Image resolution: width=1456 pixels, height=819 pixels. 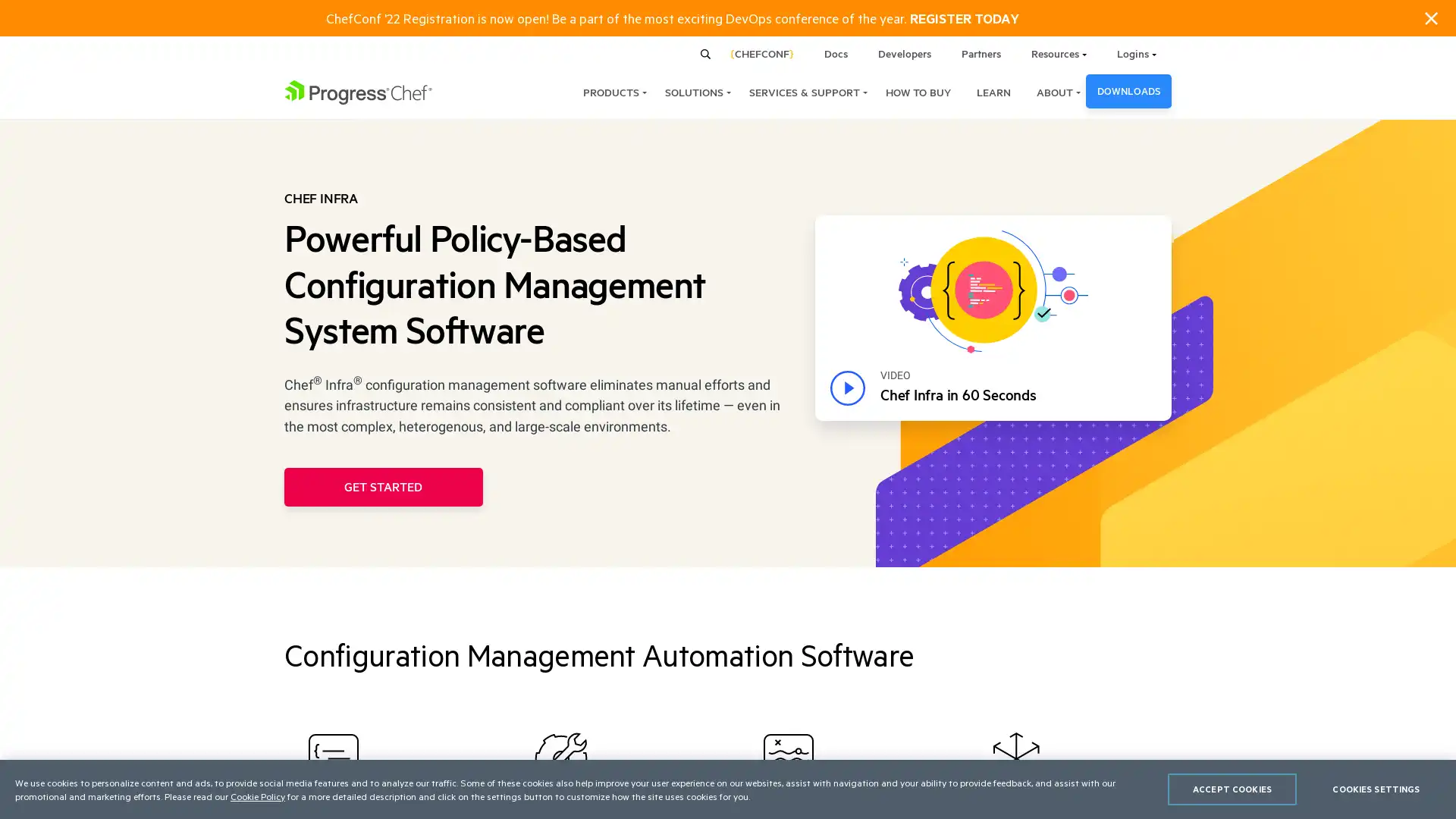 I want to click on SERVICES & SUPPORT, so click(x=770, y=93).